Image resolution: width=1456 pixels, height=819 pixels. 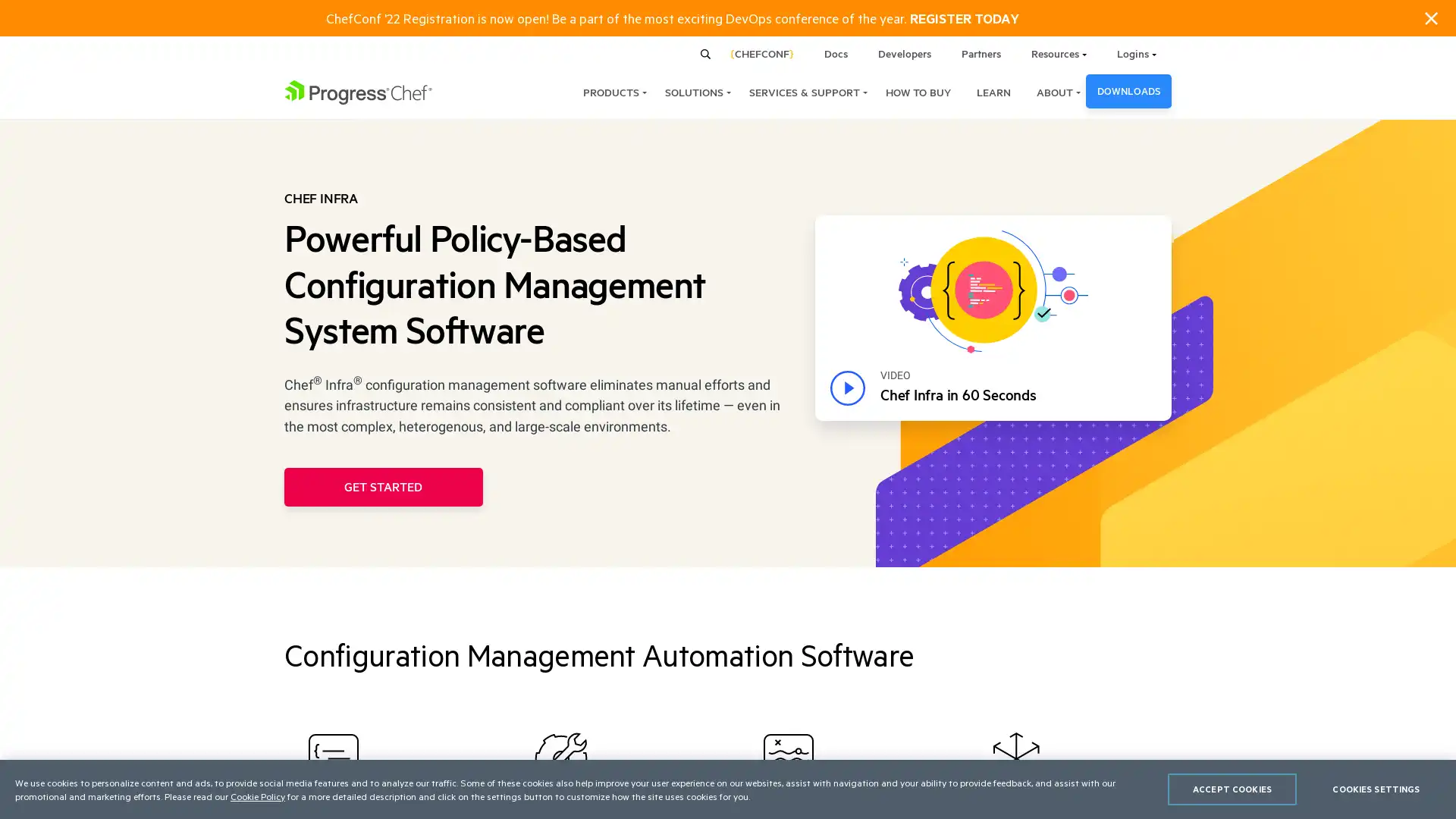 I want to click on SERVICES & SUPPORT, so click(x=770, y=93).